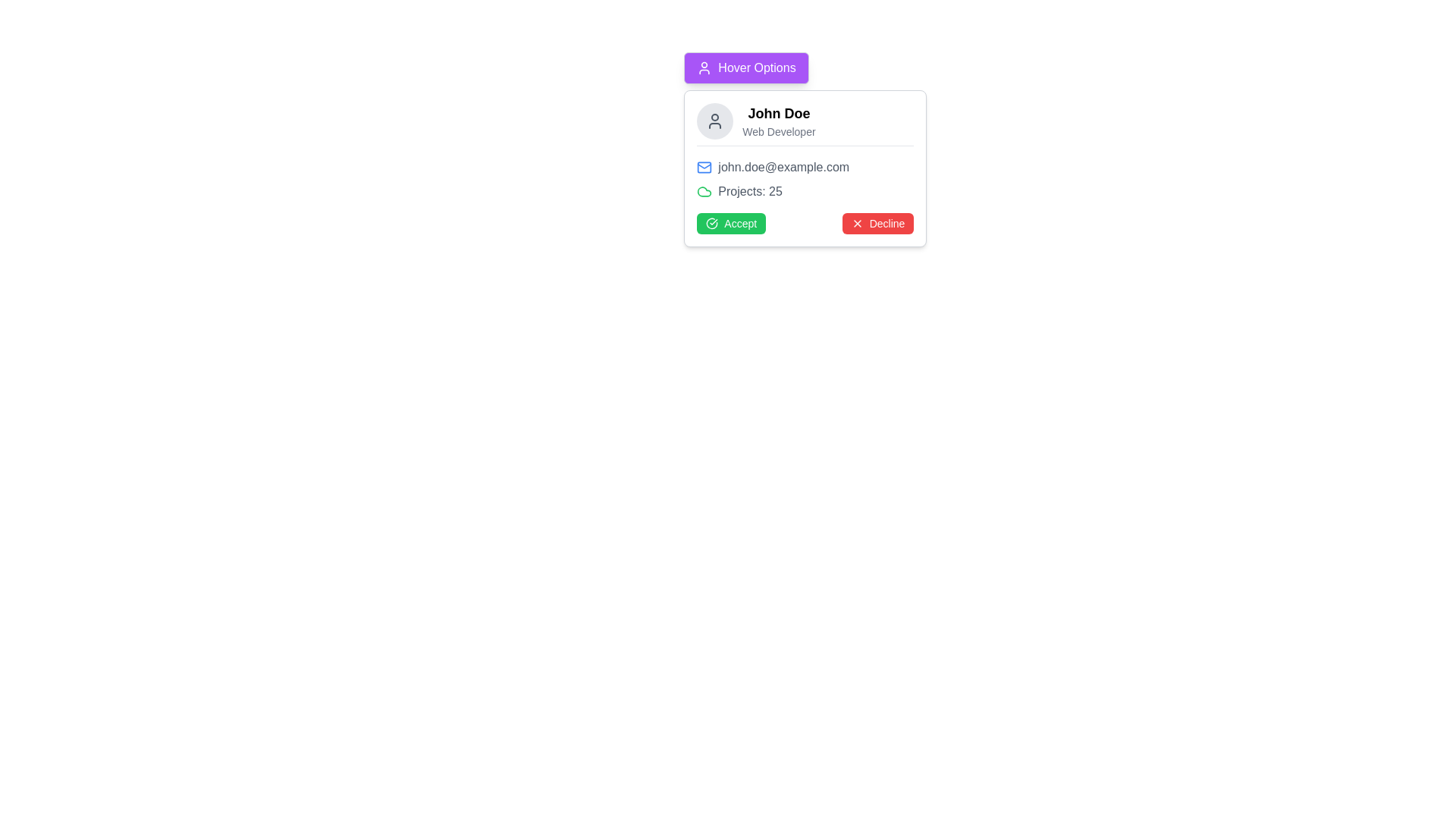 This screenshot has height=819, width=1456. I want to click on the 'Accept' button located in the lower section of the card layout, aligned to the left side, to confirm the proposal or invitation, so click(731, 223).